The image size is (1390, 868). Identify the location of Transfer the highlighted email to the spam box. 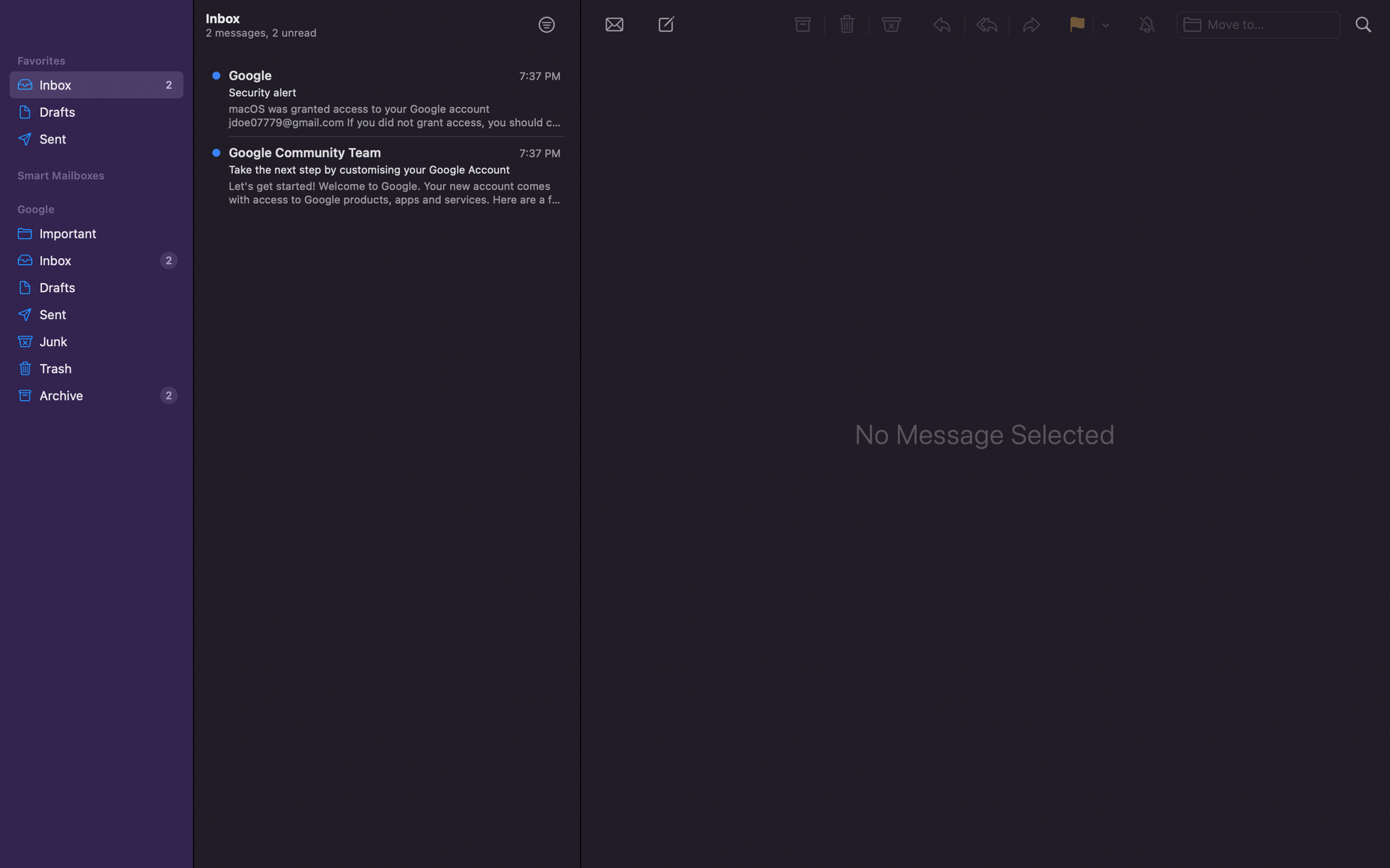
(893, 24).